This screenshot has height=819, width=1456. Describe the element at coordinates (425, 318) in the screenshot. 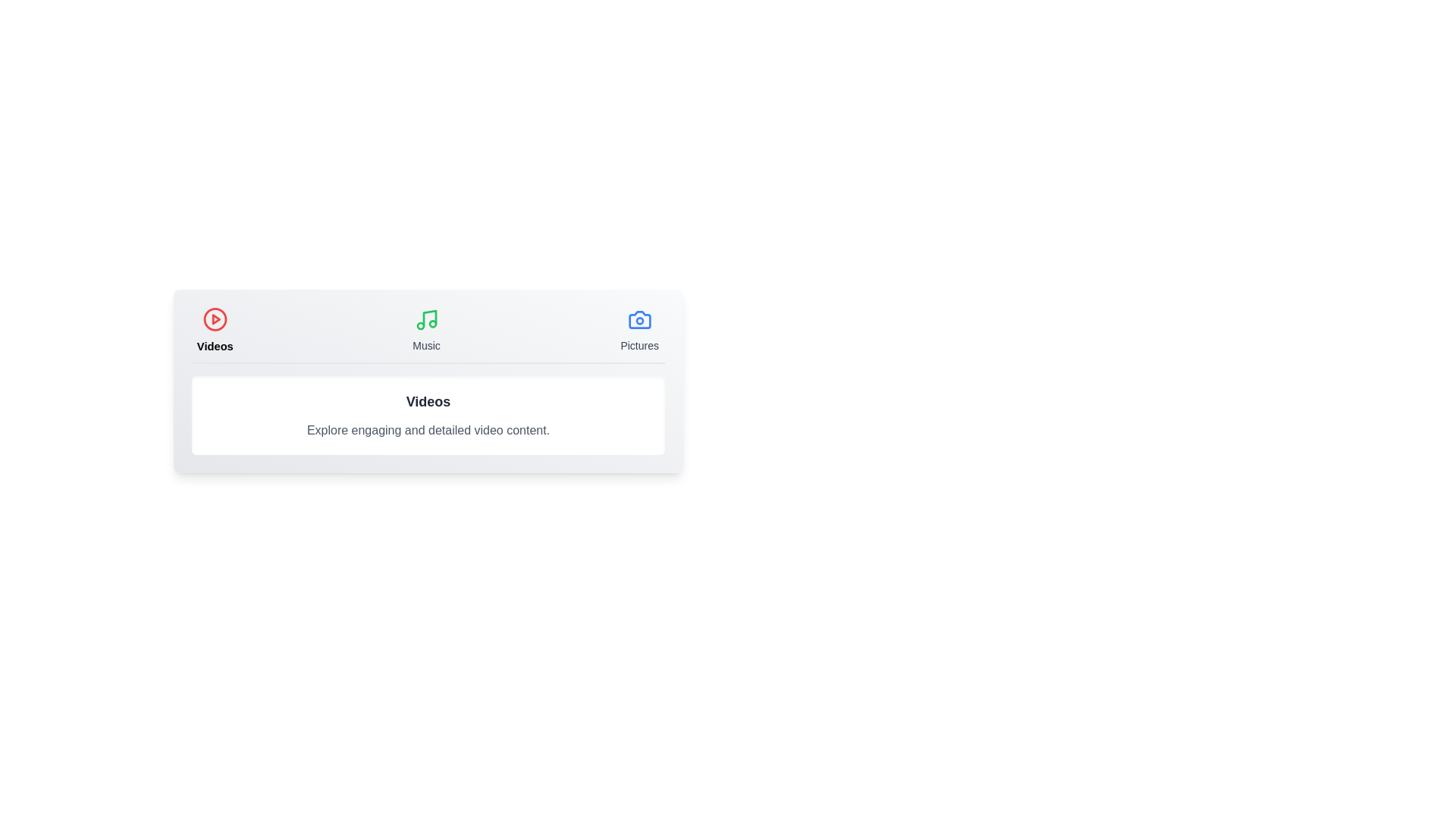

I see `the icon of the Music tab to activate it` at that location.